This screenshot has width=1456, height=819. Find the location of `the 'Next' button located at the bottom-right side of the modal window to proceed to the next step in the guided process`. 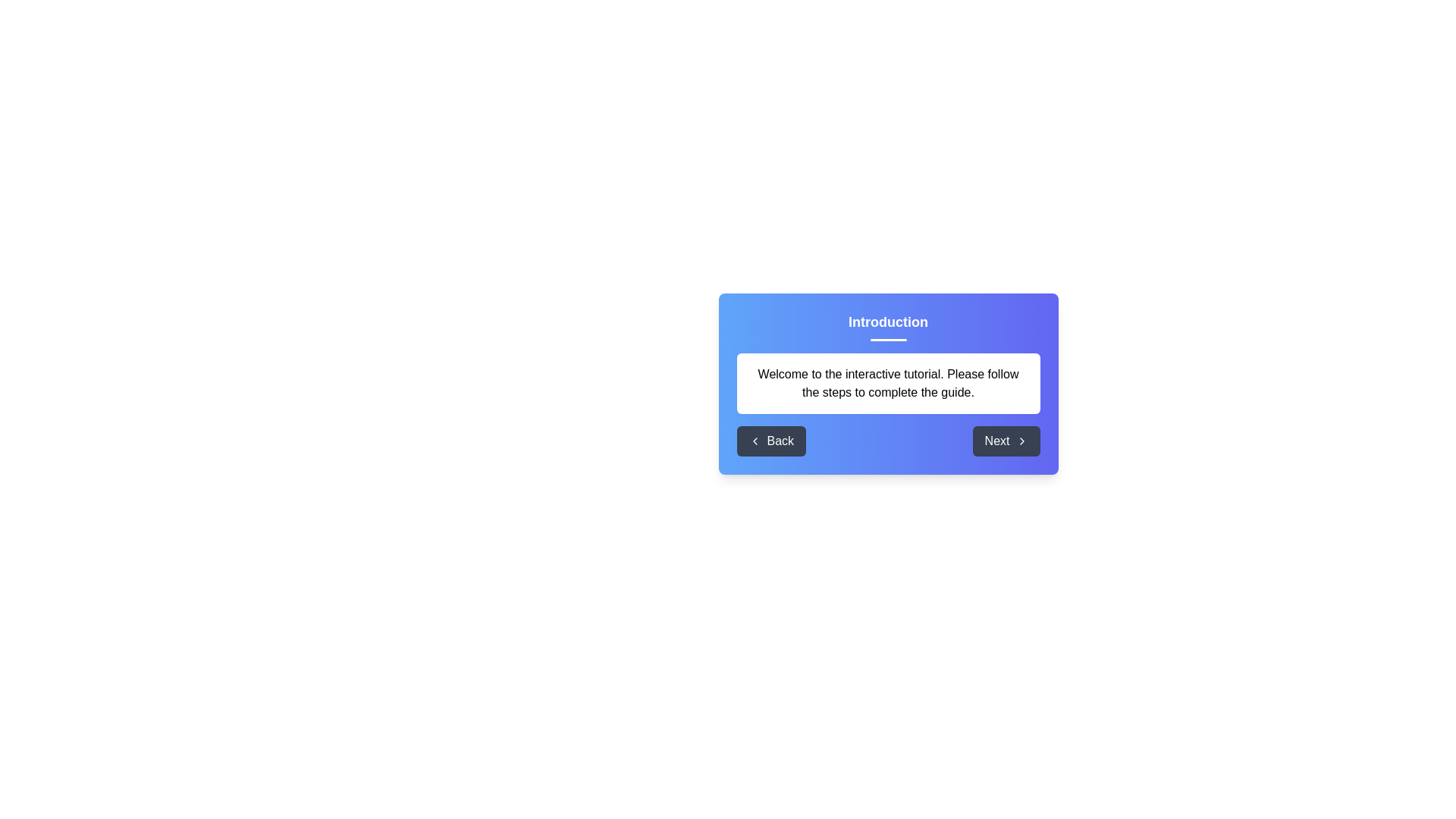

the 'Next' button located at the bottom-right side of the modal window to proceed to the next step in the guided process is located at coordinates (1006, 441).